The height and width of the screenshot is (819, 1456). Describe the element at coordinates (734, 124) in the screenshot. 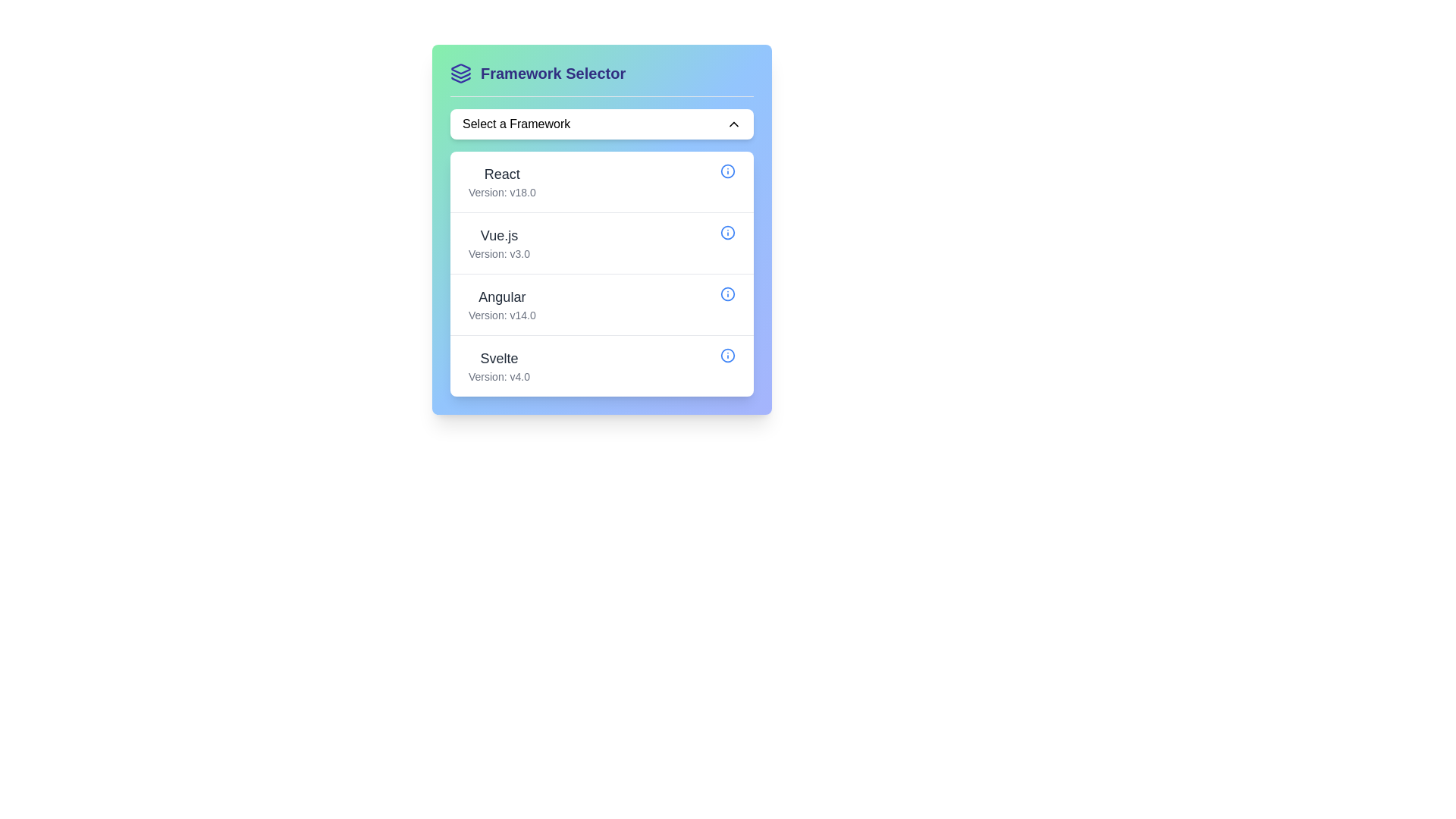

I see `the state of the chevron-shaped icon within the 'Select a Framework' dropdown button to understand the menu status` at that location.